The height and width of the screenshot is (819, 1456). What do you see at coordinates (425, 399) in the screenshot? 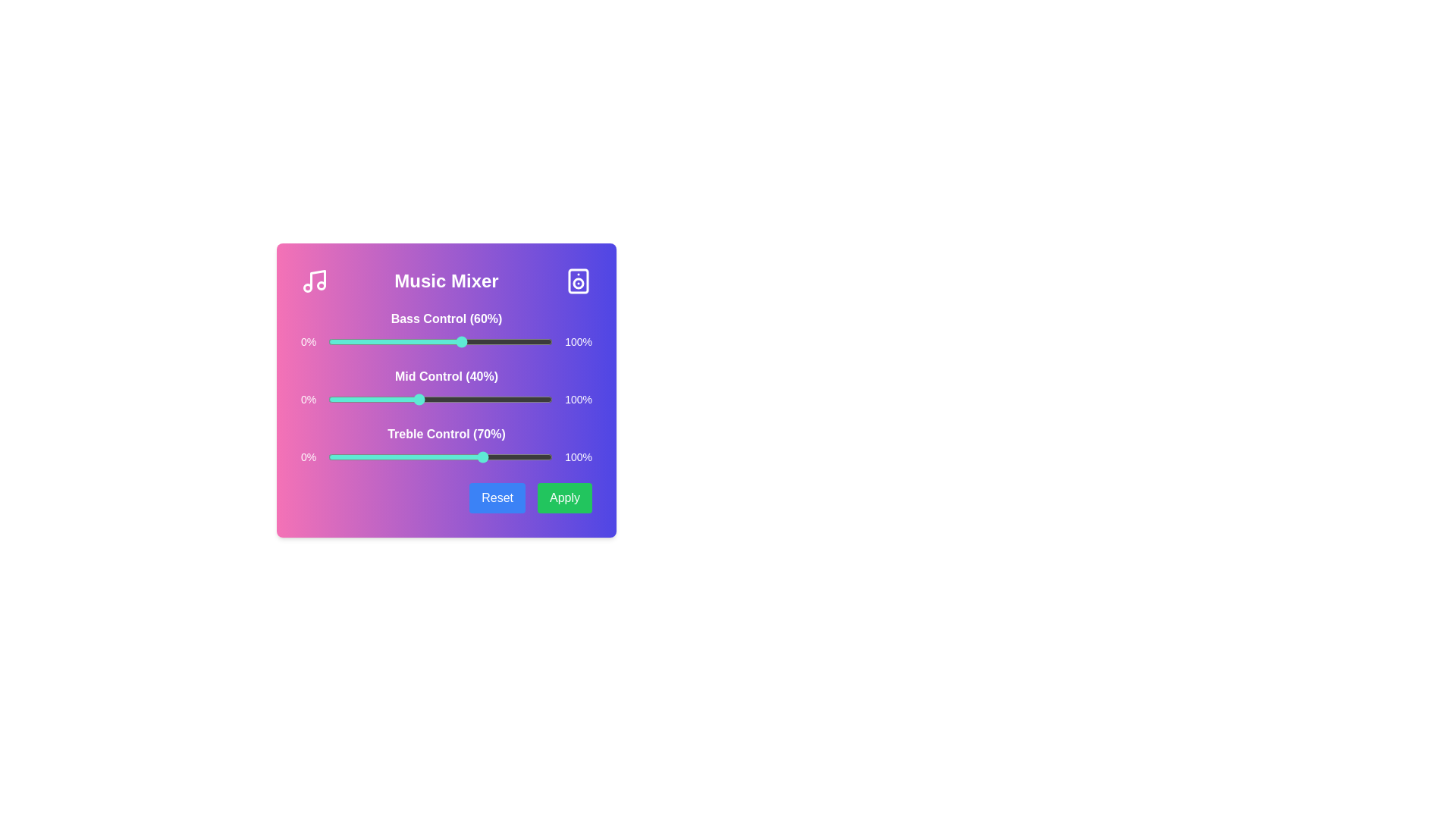
I see `the mid control slider to 43%` at bounding box center [425, 399].